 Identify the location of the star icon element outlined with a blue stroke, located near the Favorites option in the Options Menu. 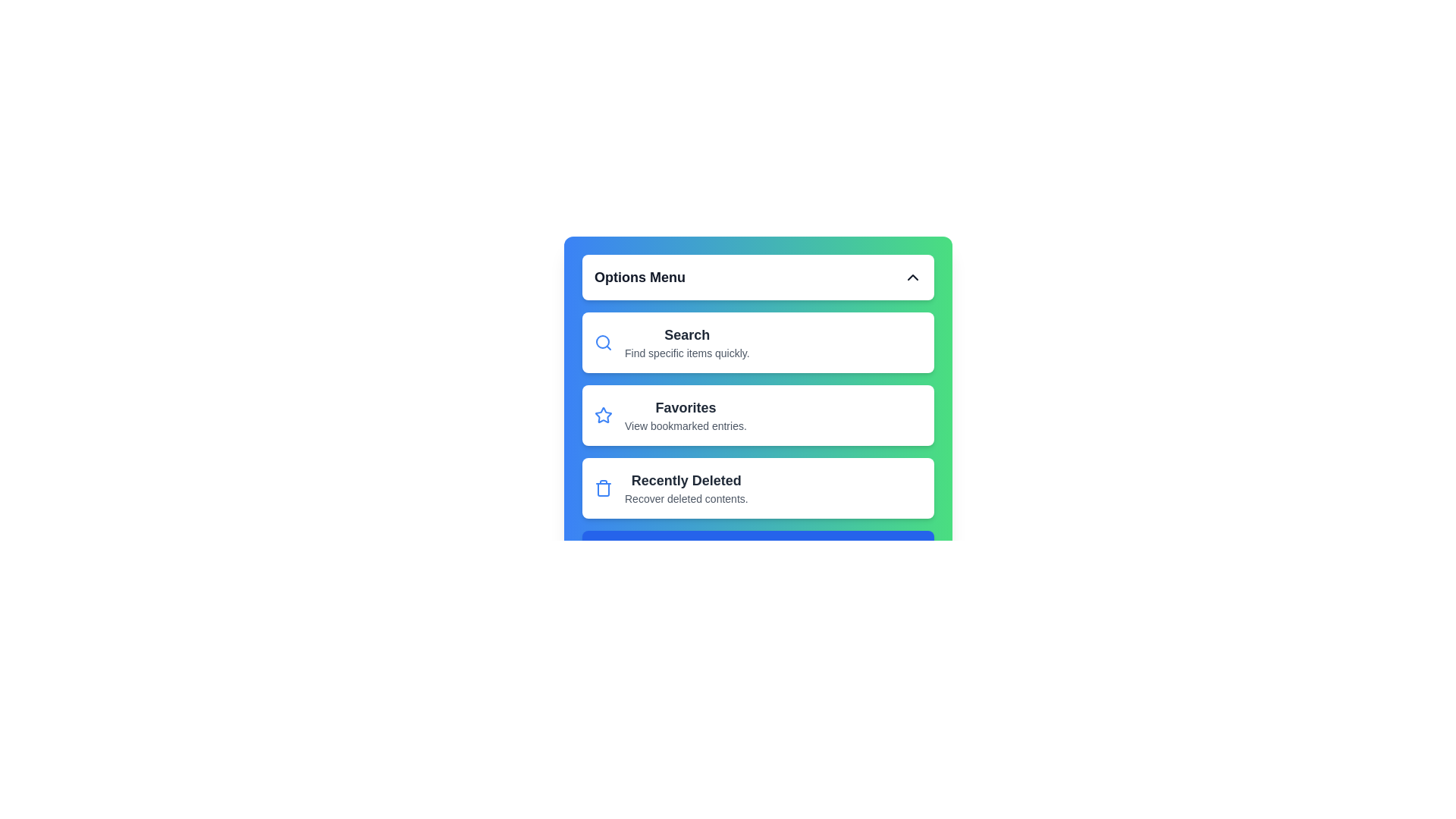
(603, 415).